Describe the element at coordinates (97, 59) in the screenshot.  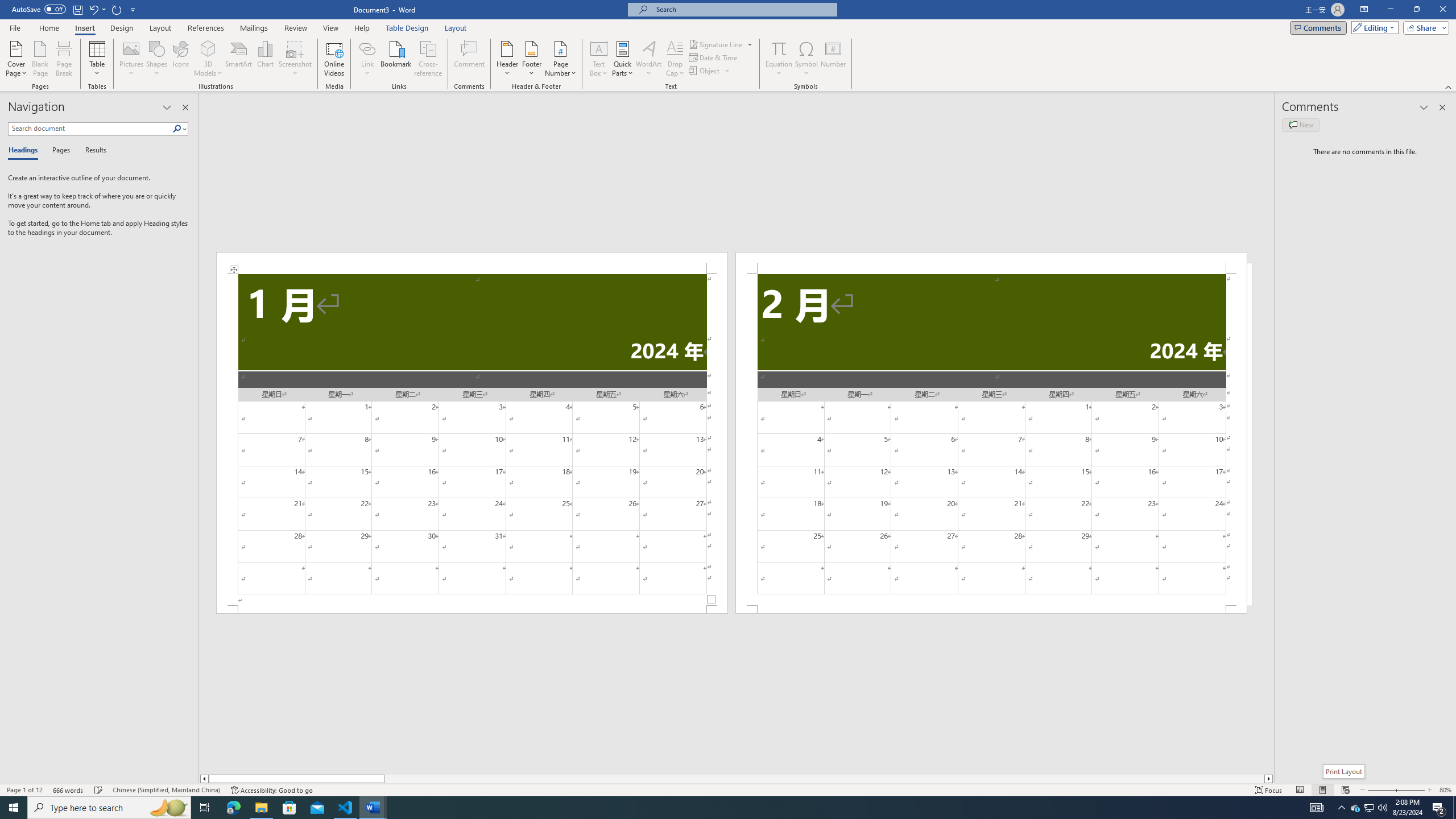
I see `'Table'` at that location.